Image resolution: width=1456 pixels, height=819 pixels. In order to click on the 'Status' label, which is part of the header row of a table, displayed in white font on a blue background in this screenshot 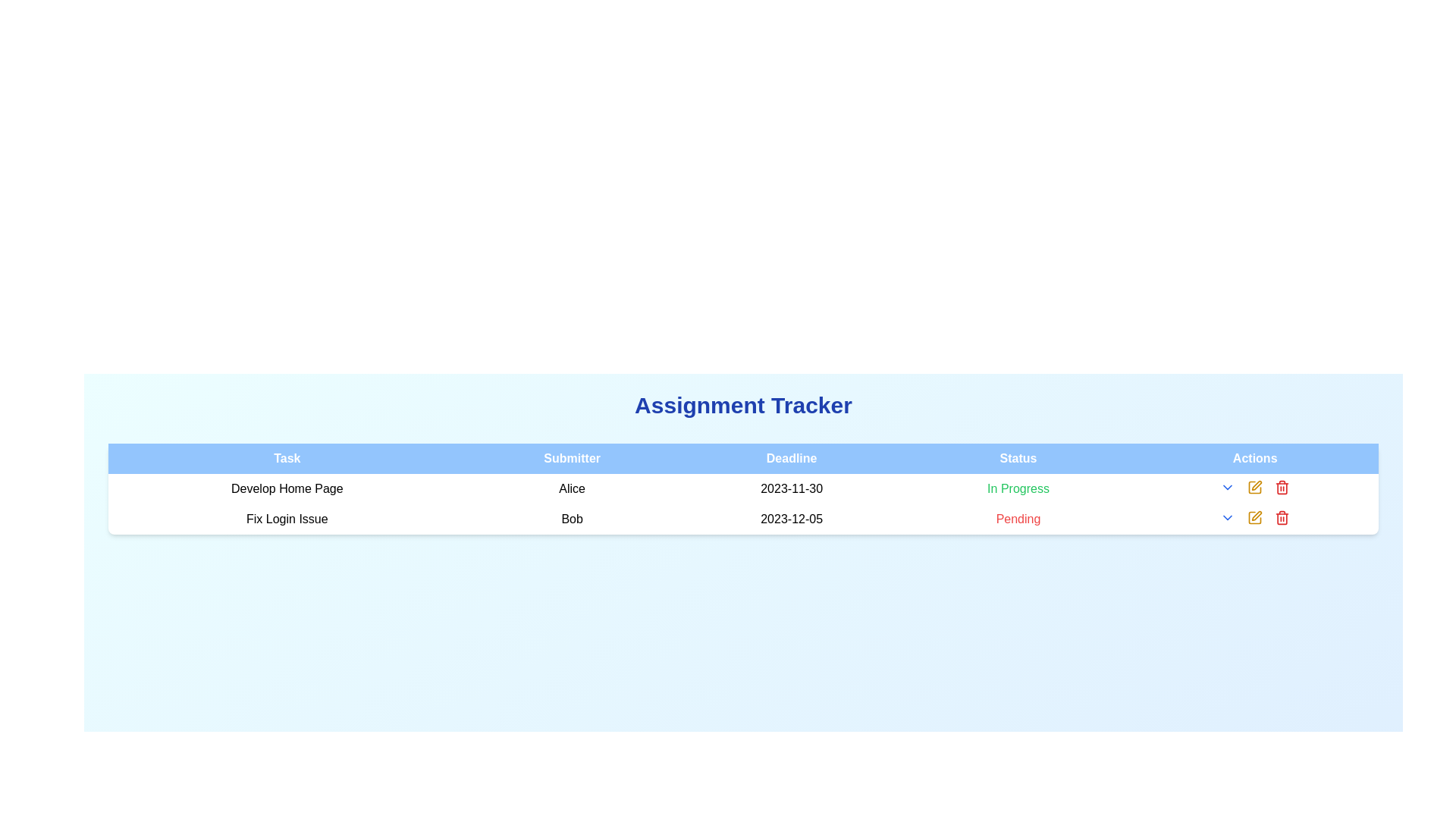, I will do `click(1018, 458)`.